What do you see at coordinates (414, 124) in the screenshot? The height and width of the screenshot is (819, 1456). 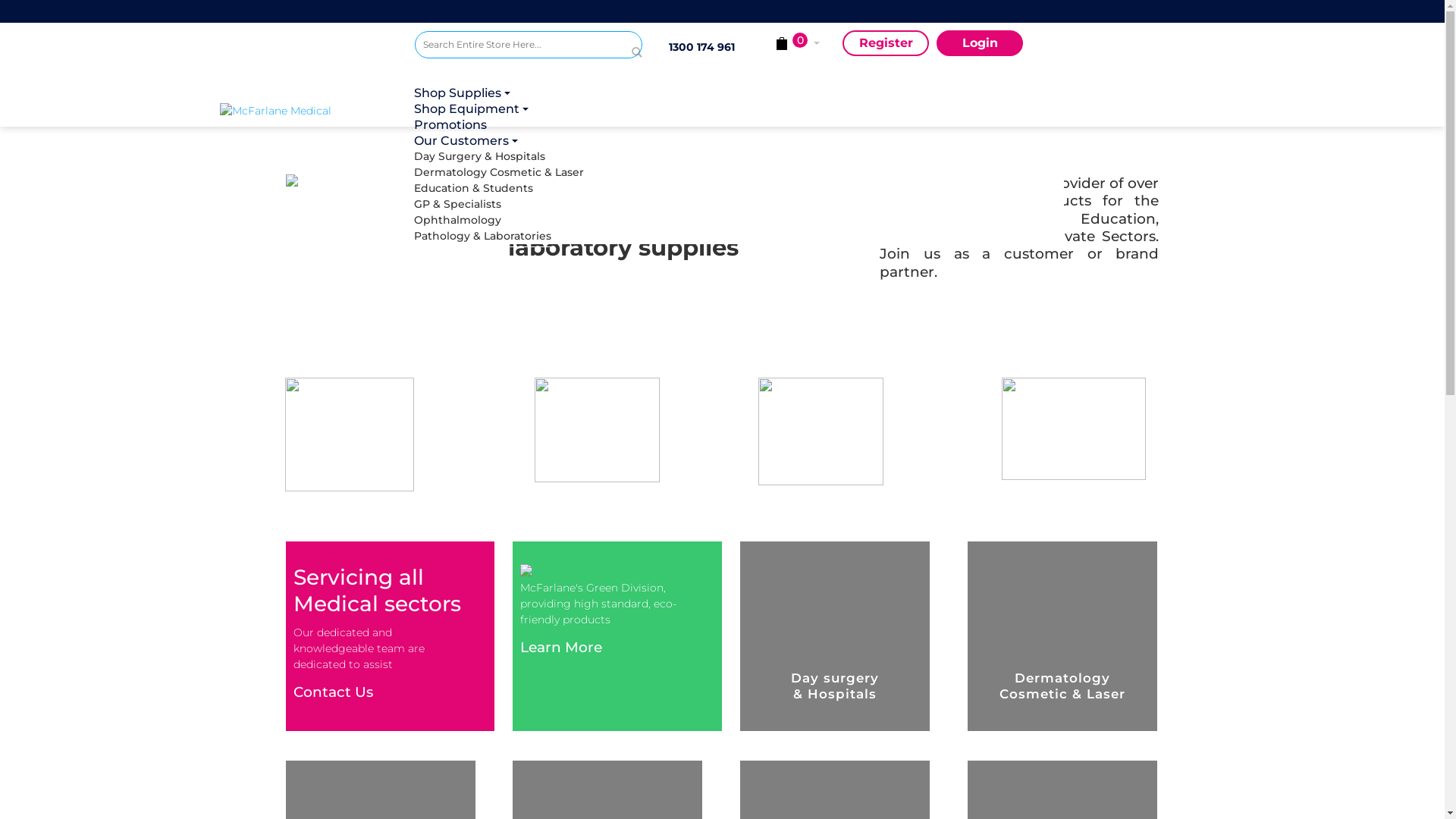 I see `'Promotions'` at bounding box center [414, 124].